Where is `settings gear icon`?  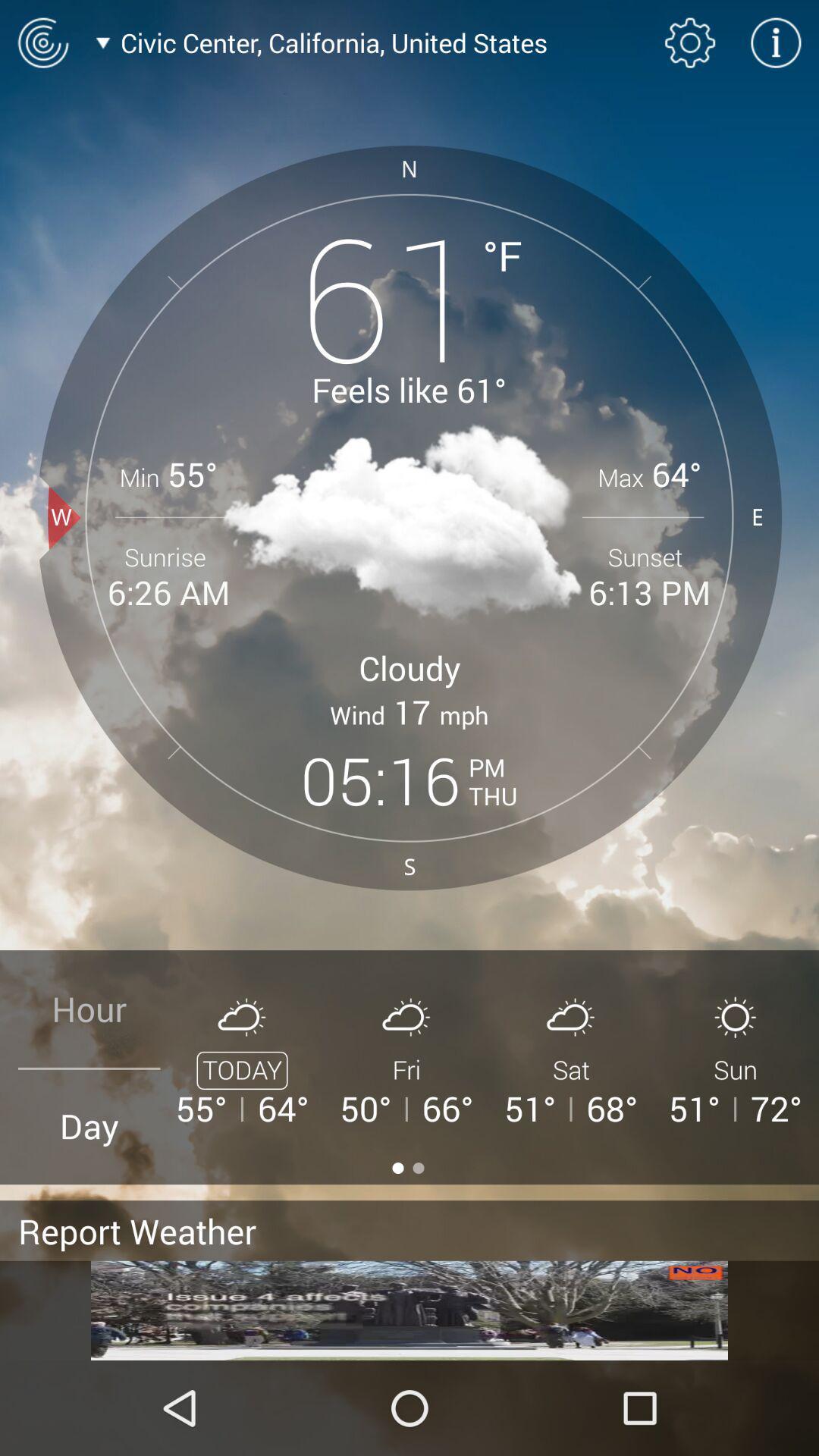
settings gear icon is located at coordinates (690, 42).